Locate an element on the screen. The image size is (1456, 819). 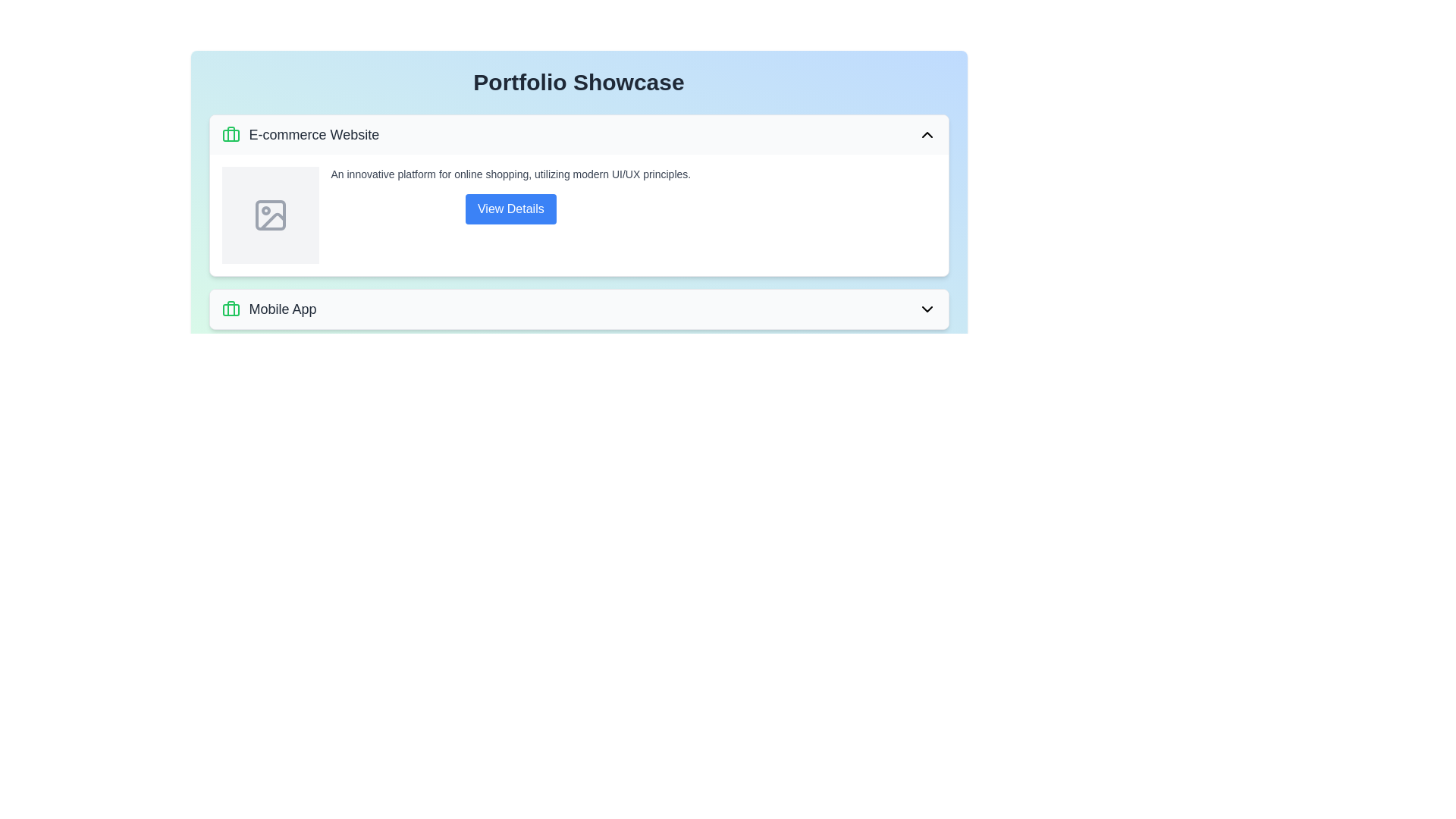
text label titled 'Mobile App' located in the lower half of the interface, centered immediately to the right of a briefcase icon is located at coordinates (283, 309).